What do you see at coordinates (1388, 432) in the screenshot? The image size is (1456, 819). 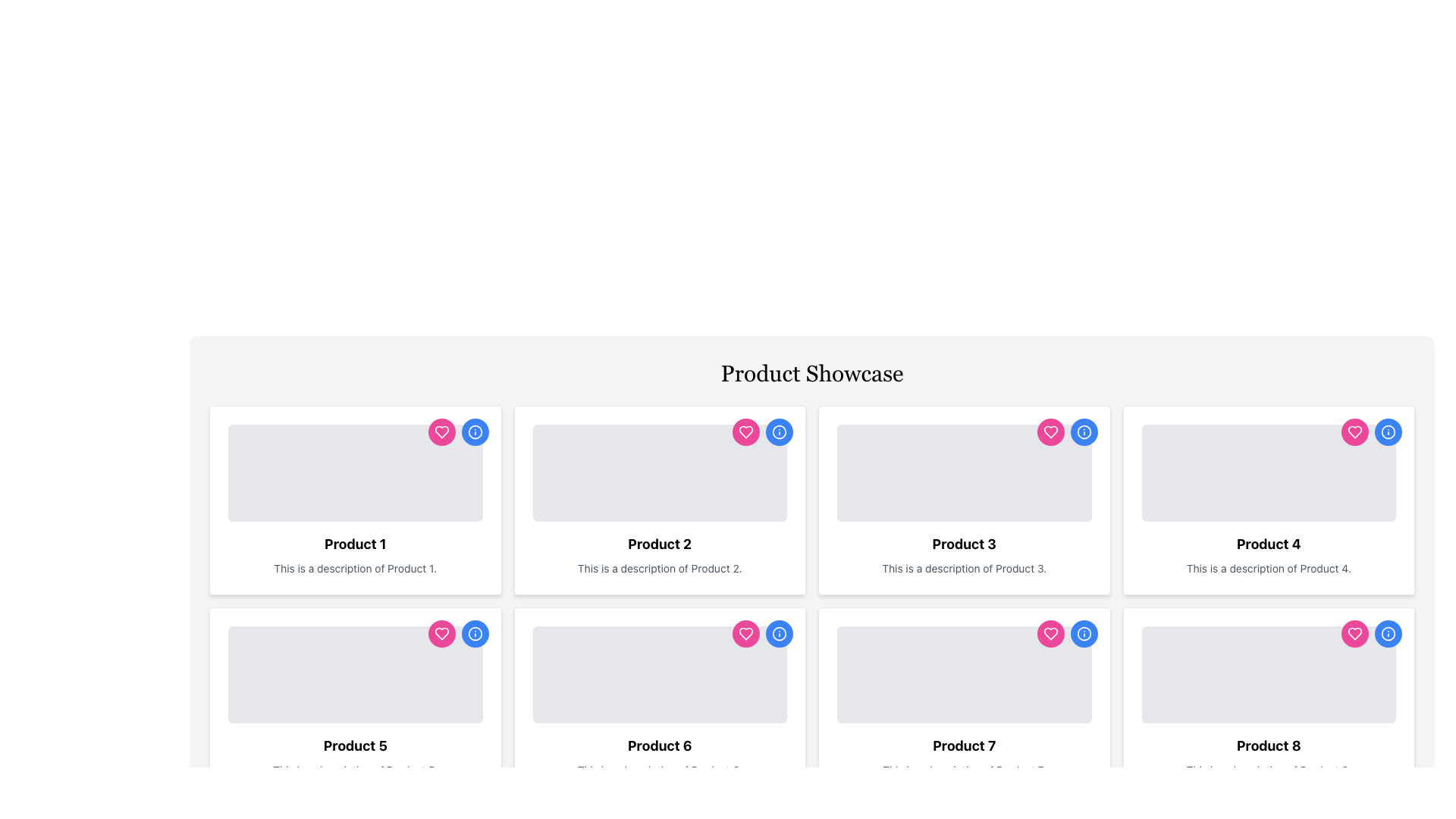 I see `the circular icon button with a blue border and 'i' symbol located in the top-right corner of the card labeled 'Product 4'` at bounding box center [1388, 432].